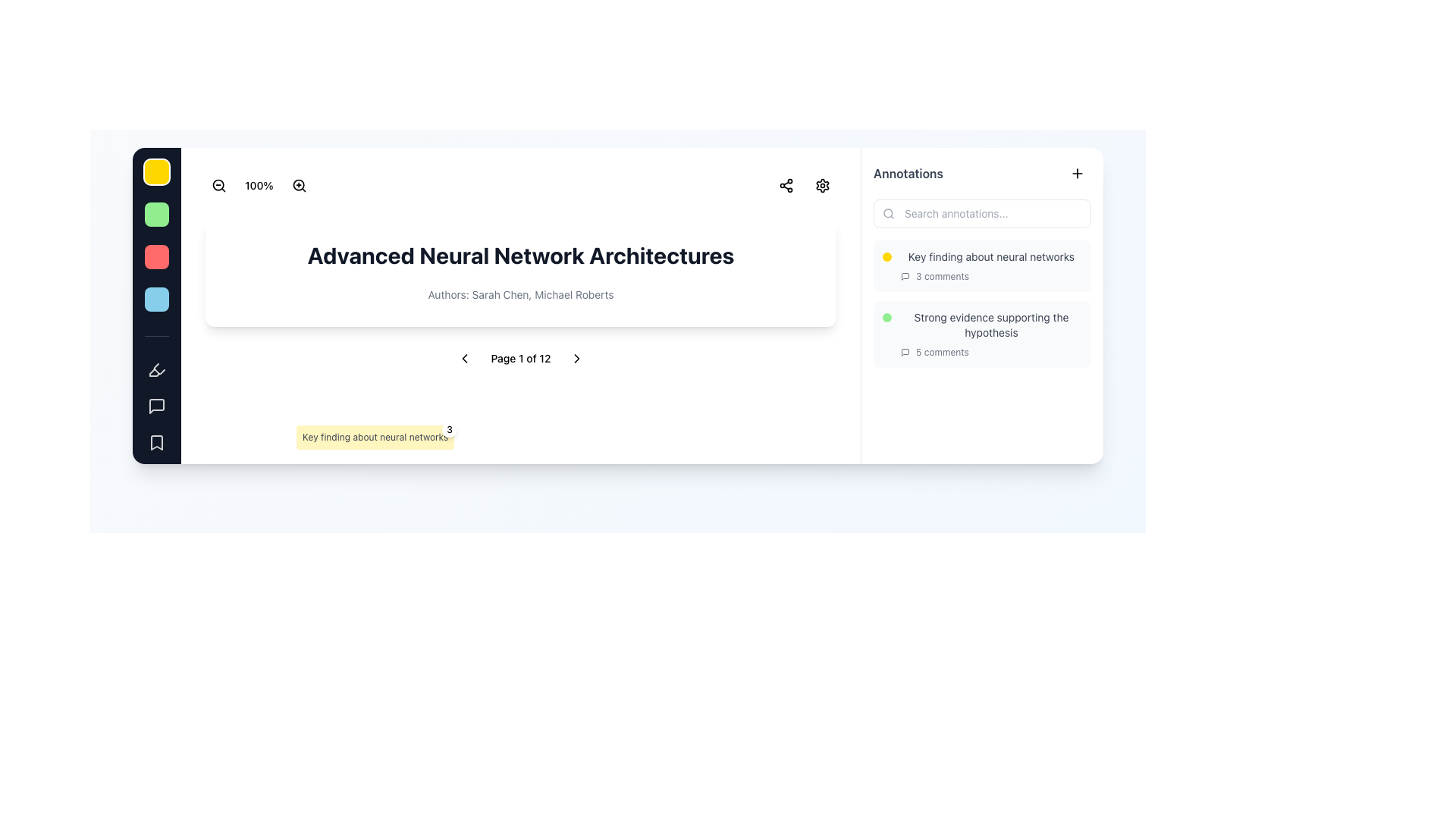 The height and width of the screenshot is (819, 1456). I want to click on the '3 comments' link associated with the annotation labeled 'Key finding about neural networks' in the annotations panel on the right side of the interface, so click(991, 265).